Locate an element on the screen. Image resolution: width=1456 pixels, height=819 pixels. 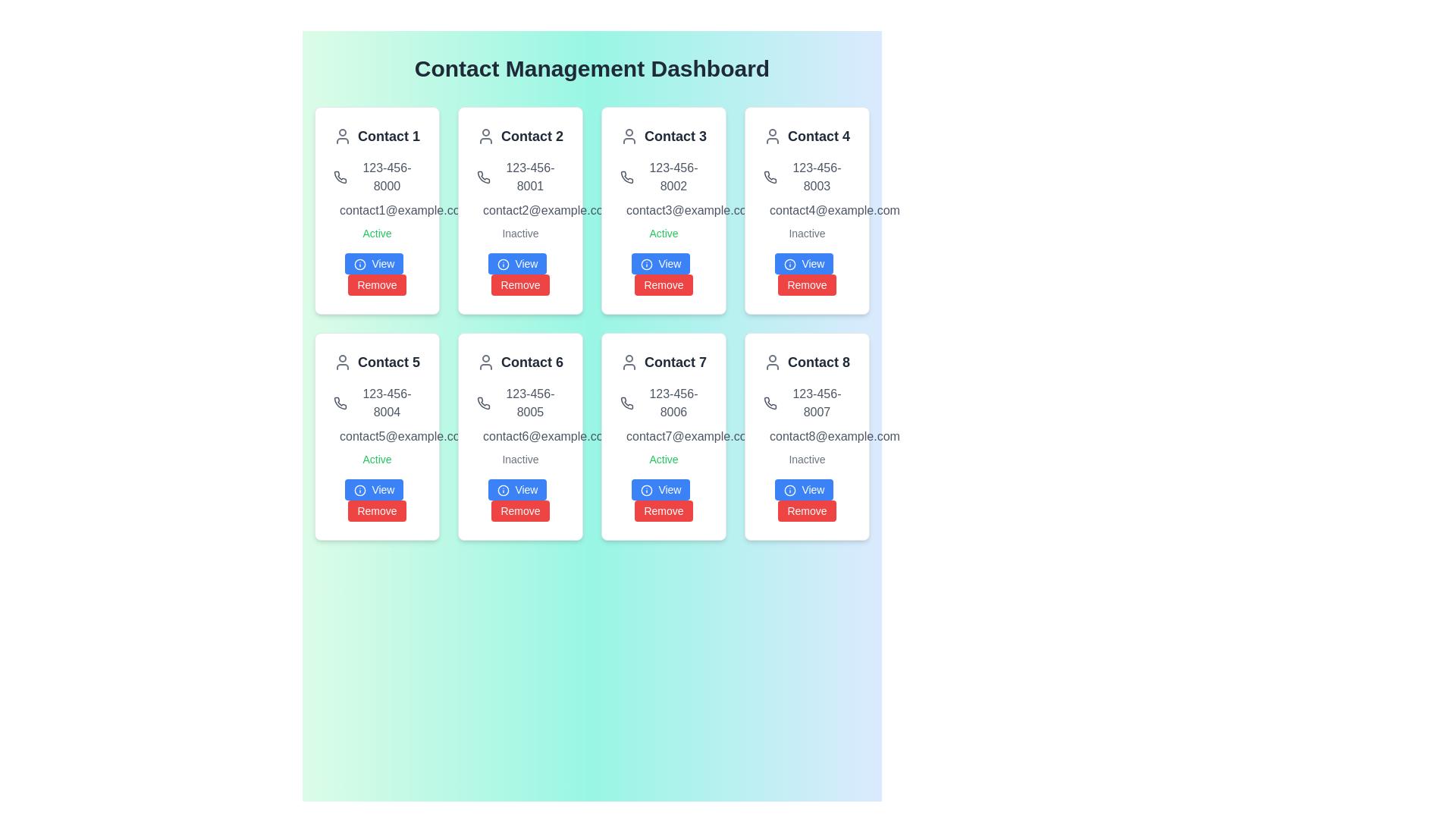
the 'Contact 8' text label that displays a user icon, located at the top of the card for Contact 8 in the lower-right section of the main layout is located at coordinates (806, 362).